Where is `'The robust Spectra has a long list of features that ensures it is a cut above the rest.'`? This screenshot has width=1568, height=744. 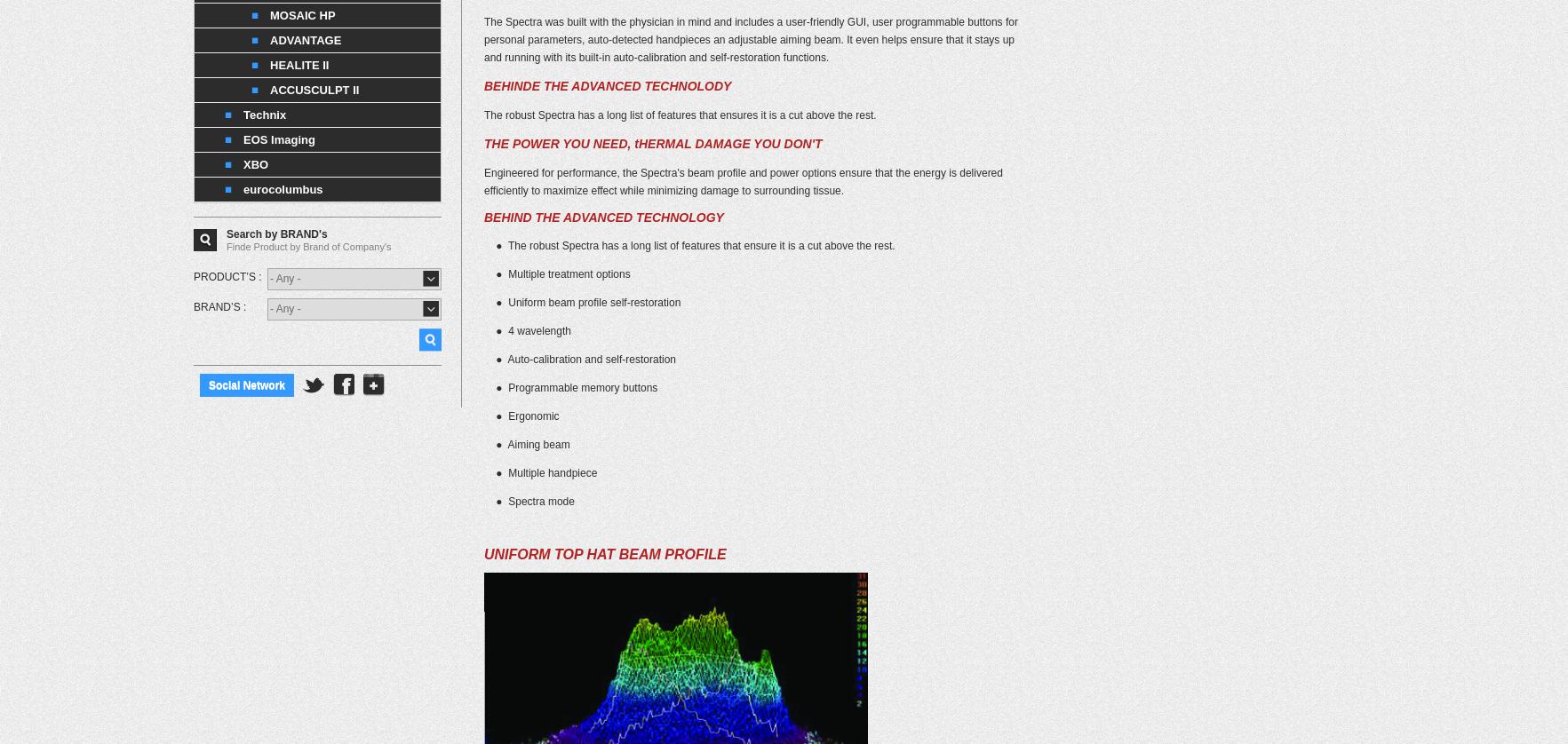
'The robust Spectra has a long list of features that ensures it is a cut above the rest.' is located at coordinates (679, 115).